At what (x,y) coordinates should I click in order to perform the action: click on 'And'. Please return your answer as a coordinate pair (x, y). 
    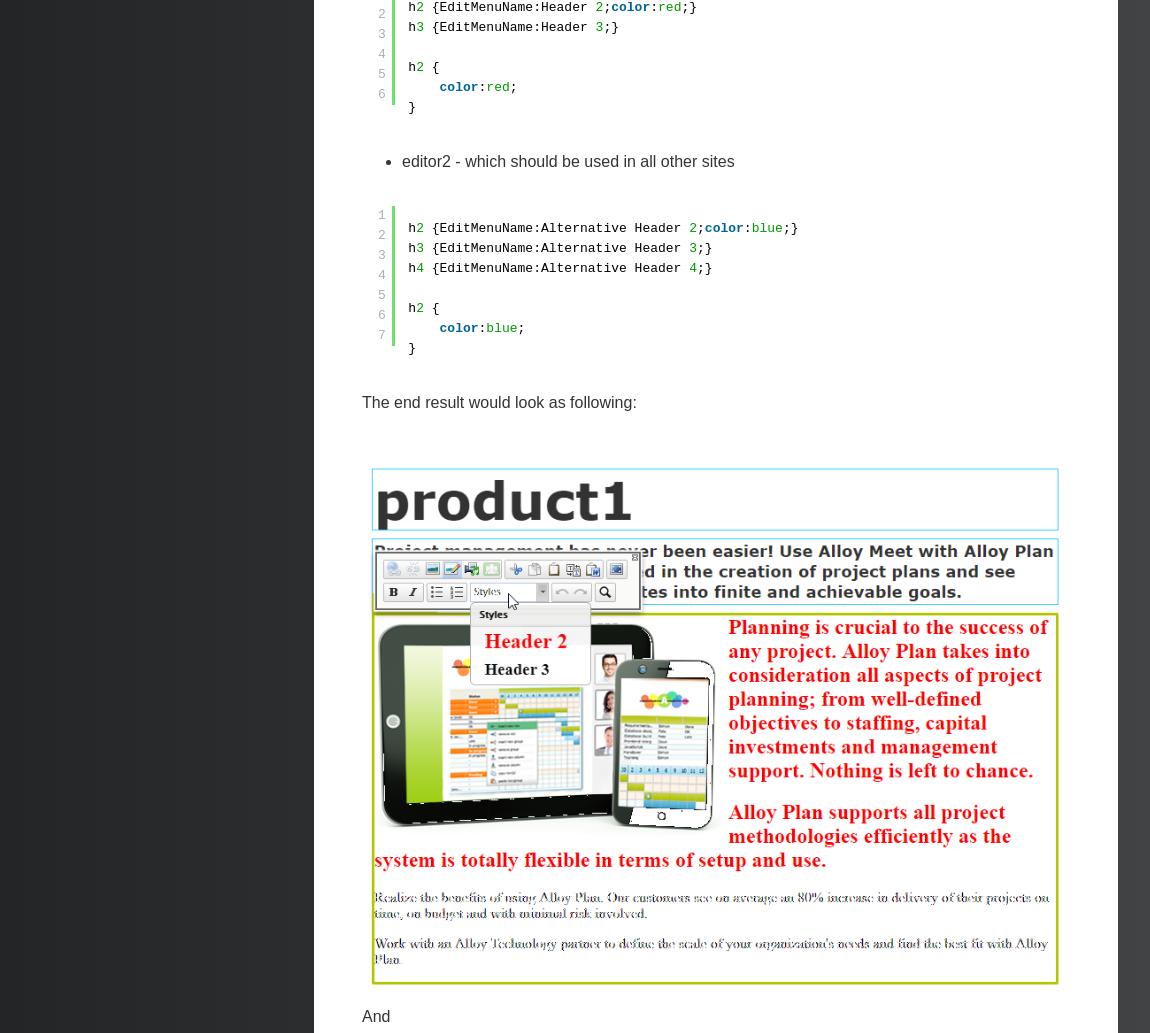
    Looking at the image, I should click on (362, 1014).